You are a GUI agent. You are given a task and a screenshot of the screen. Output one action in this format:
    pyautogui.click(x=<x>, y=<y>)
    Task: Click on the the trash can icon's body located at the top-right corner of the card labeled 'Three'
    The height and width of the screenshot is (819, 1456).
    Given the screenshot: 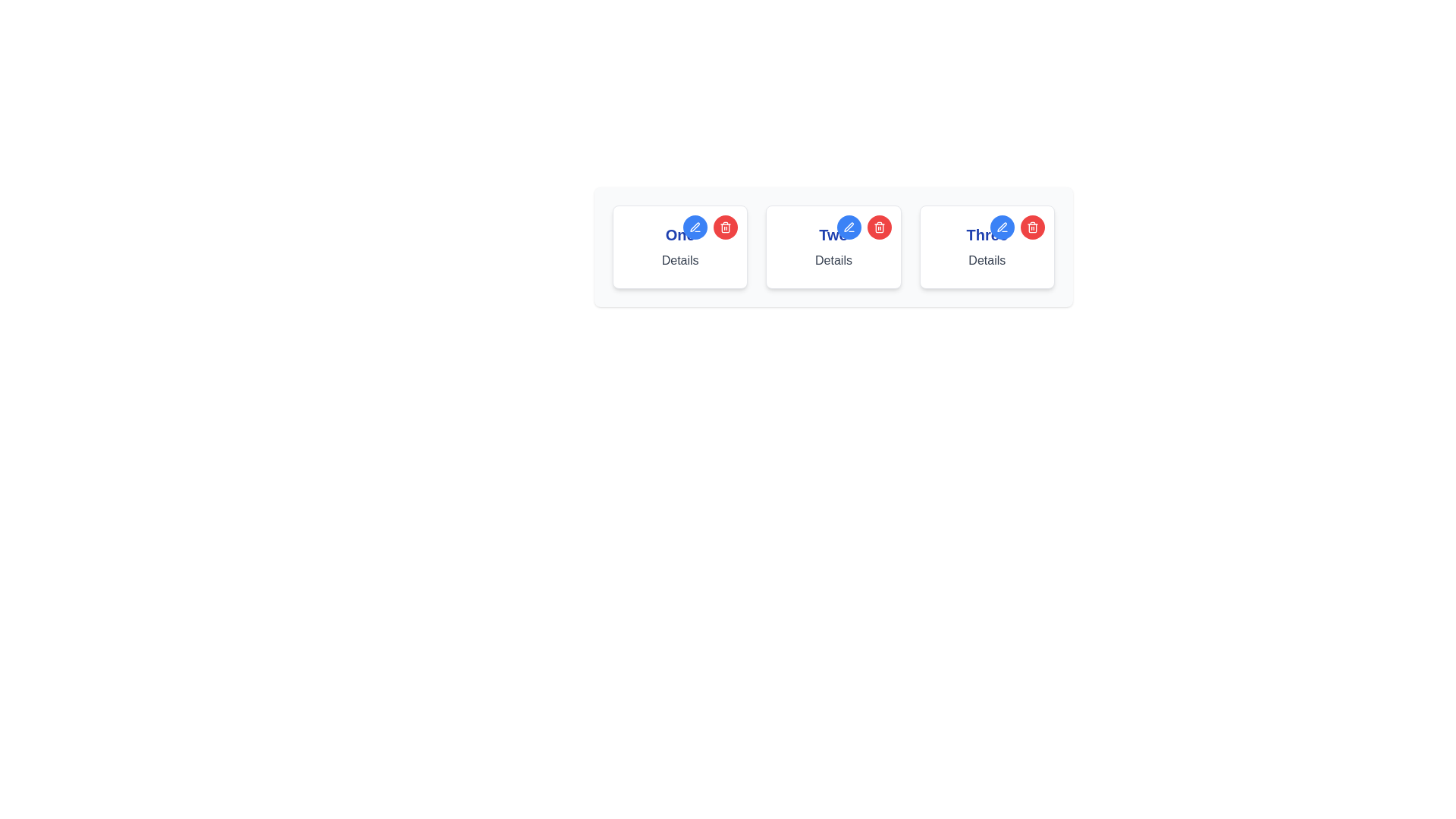 What is the action you would take?
    pyautogui.click(x=1032, y=228)
    